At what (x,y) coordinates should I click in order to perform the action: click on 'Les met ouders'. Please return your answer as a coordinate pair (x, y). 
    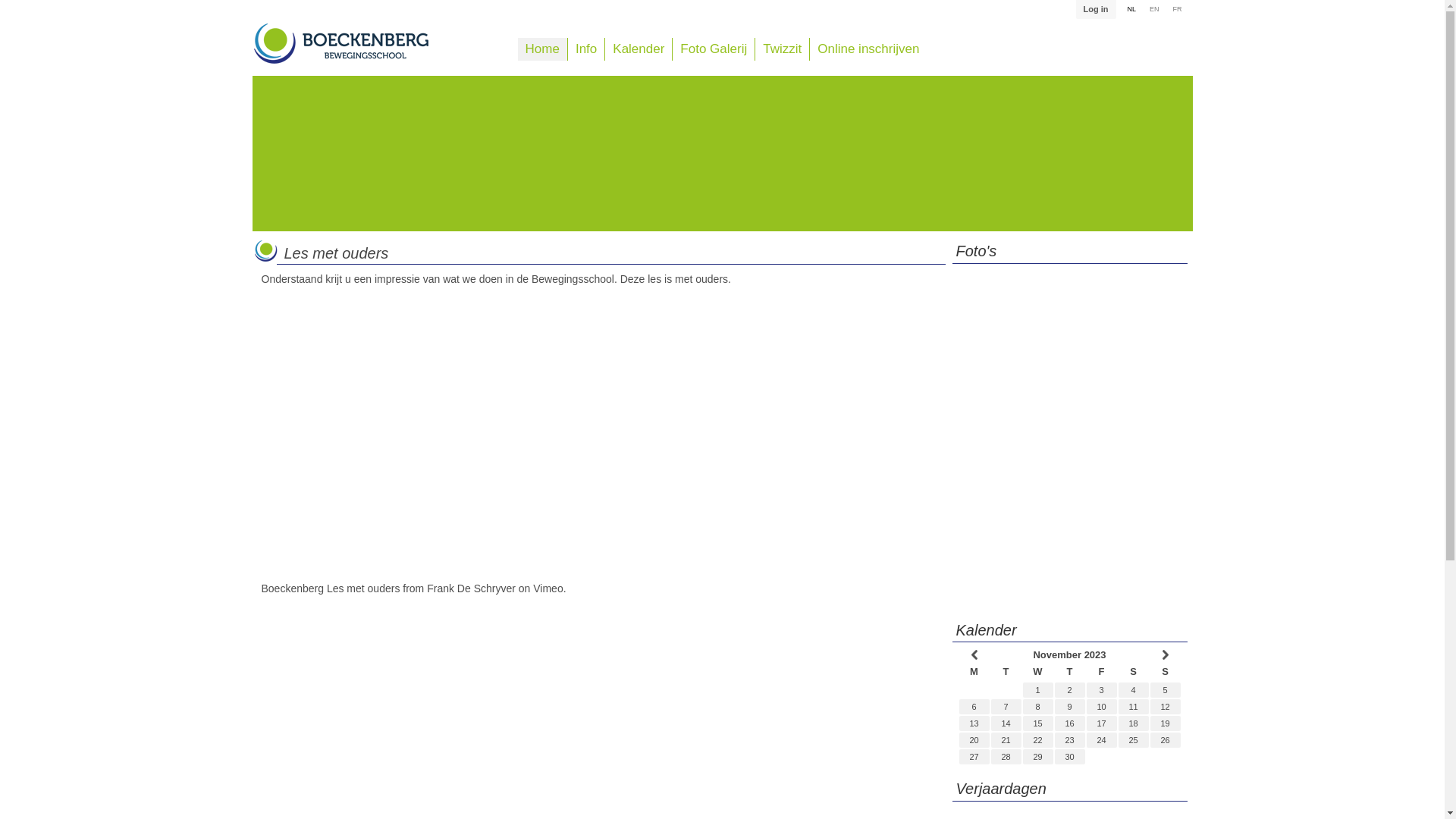
    Looking at the image, I should click on (334, 253).